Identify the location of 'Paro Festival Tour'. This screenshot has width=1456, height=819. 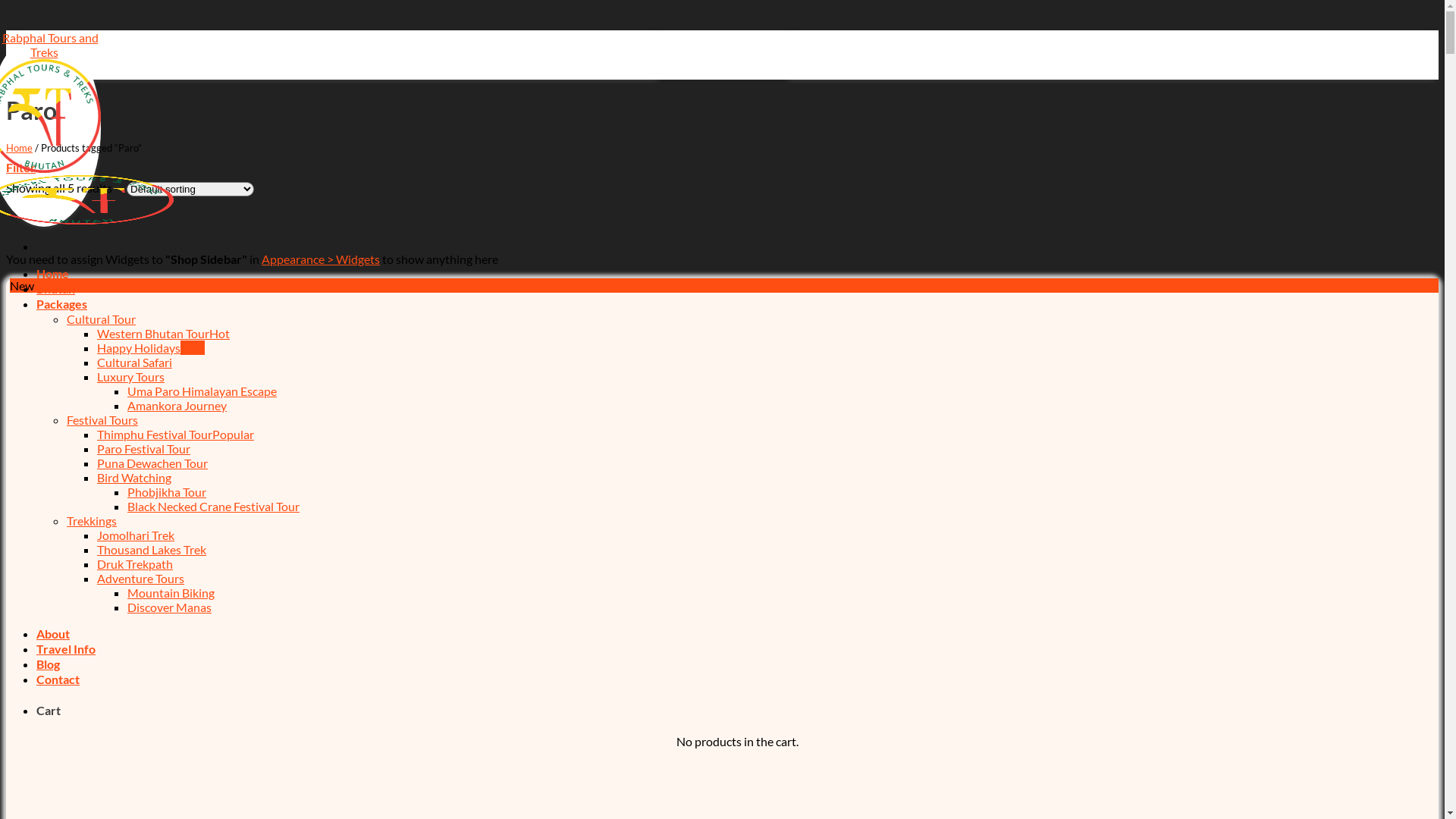
(143, 447).